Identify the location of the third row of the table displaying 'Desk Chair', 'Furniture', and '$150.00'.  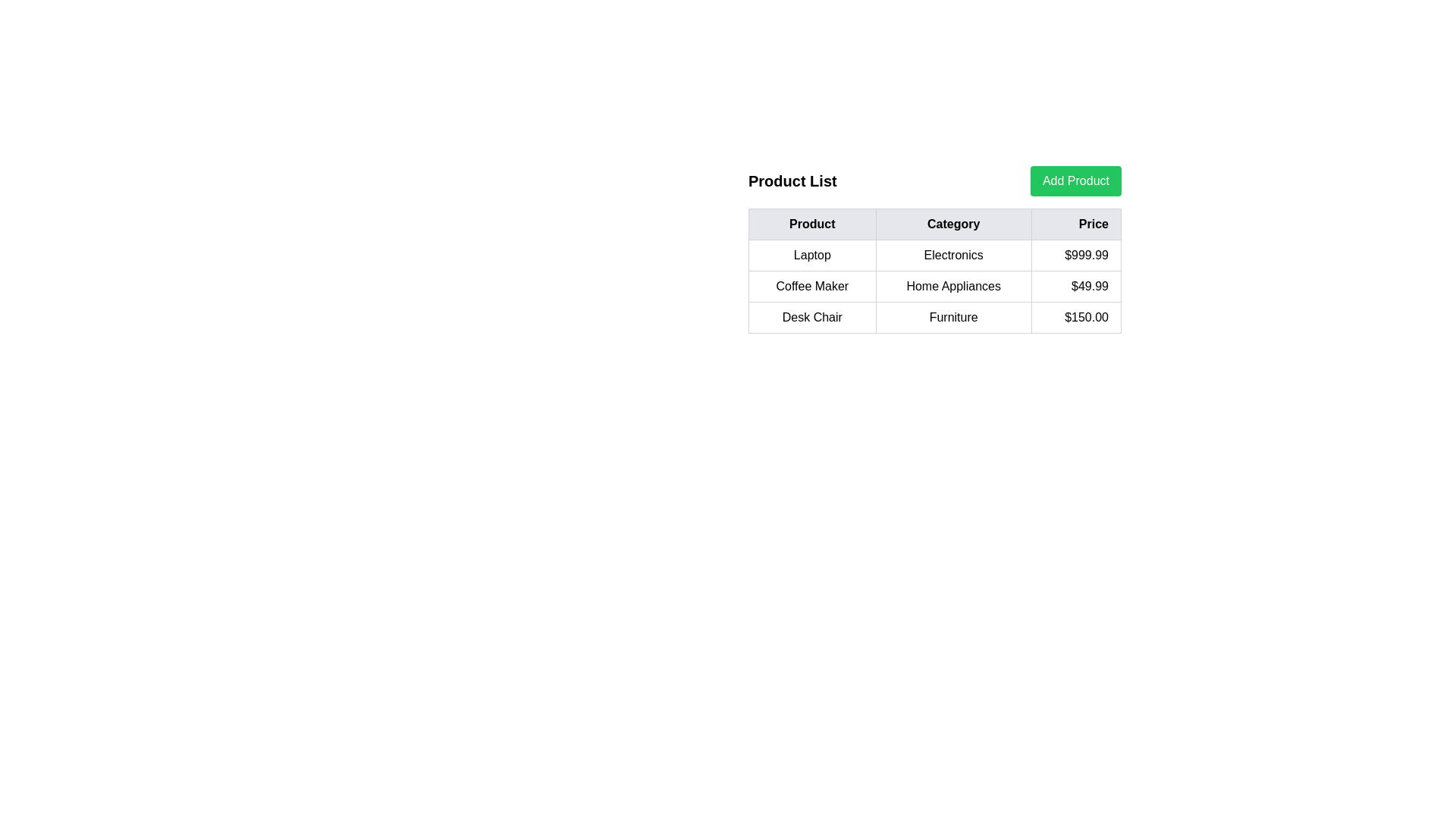
(934, 317).